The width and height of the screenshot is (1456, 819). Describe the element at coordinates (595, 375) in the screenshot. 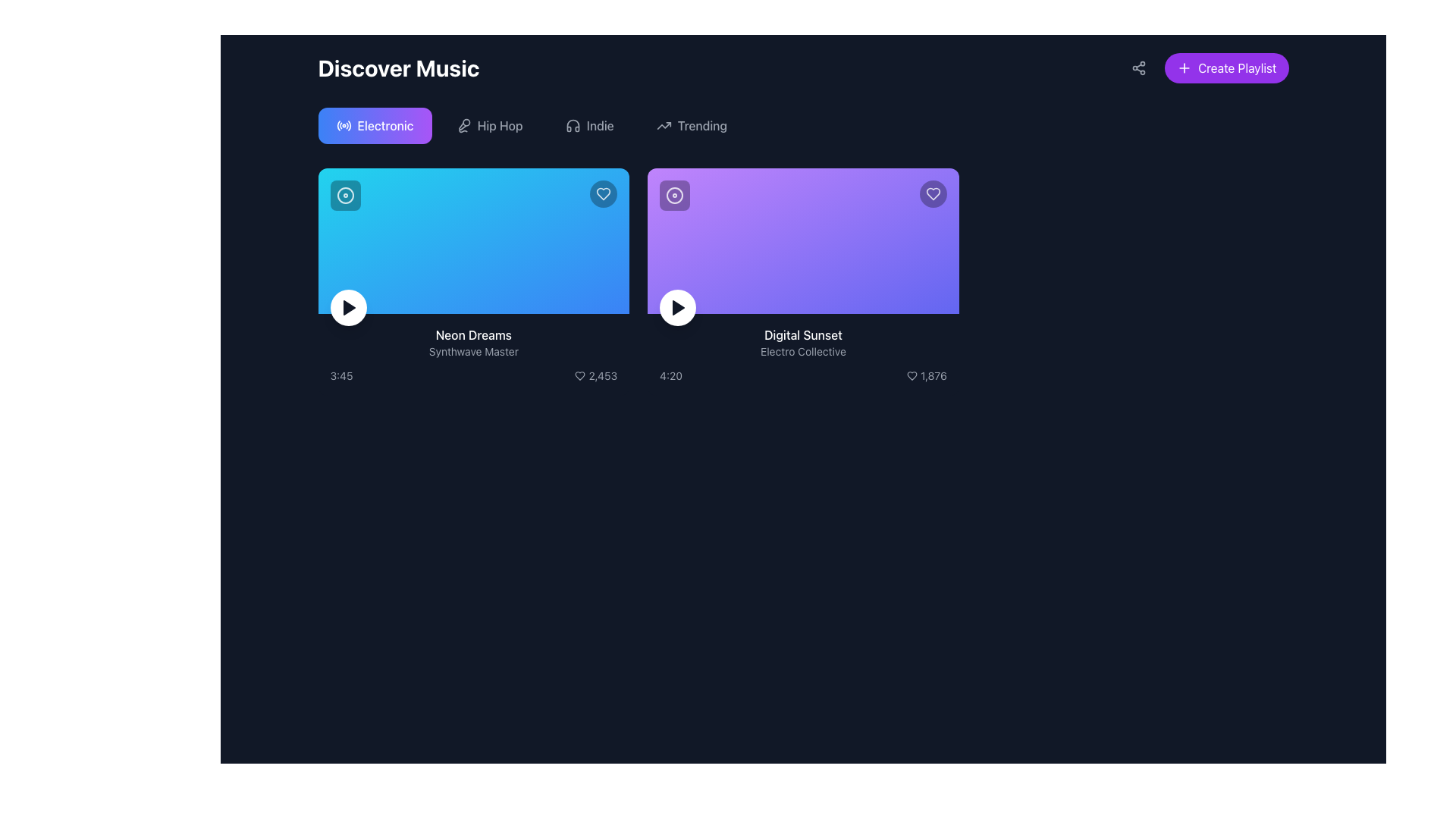

I see `the heart icon of the likes counter displaying '2,453' to like the content for the 'Neon Dreams' song` at that location.